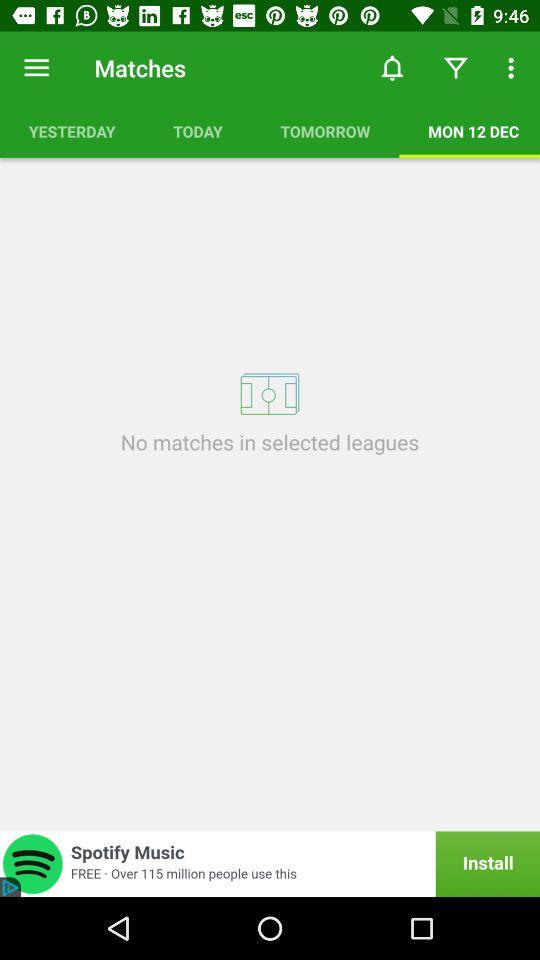  What do you see at coordinates (270, 863) in the screenshot?
I see `icon below no matches in icon` at bounding box center [270, 863].